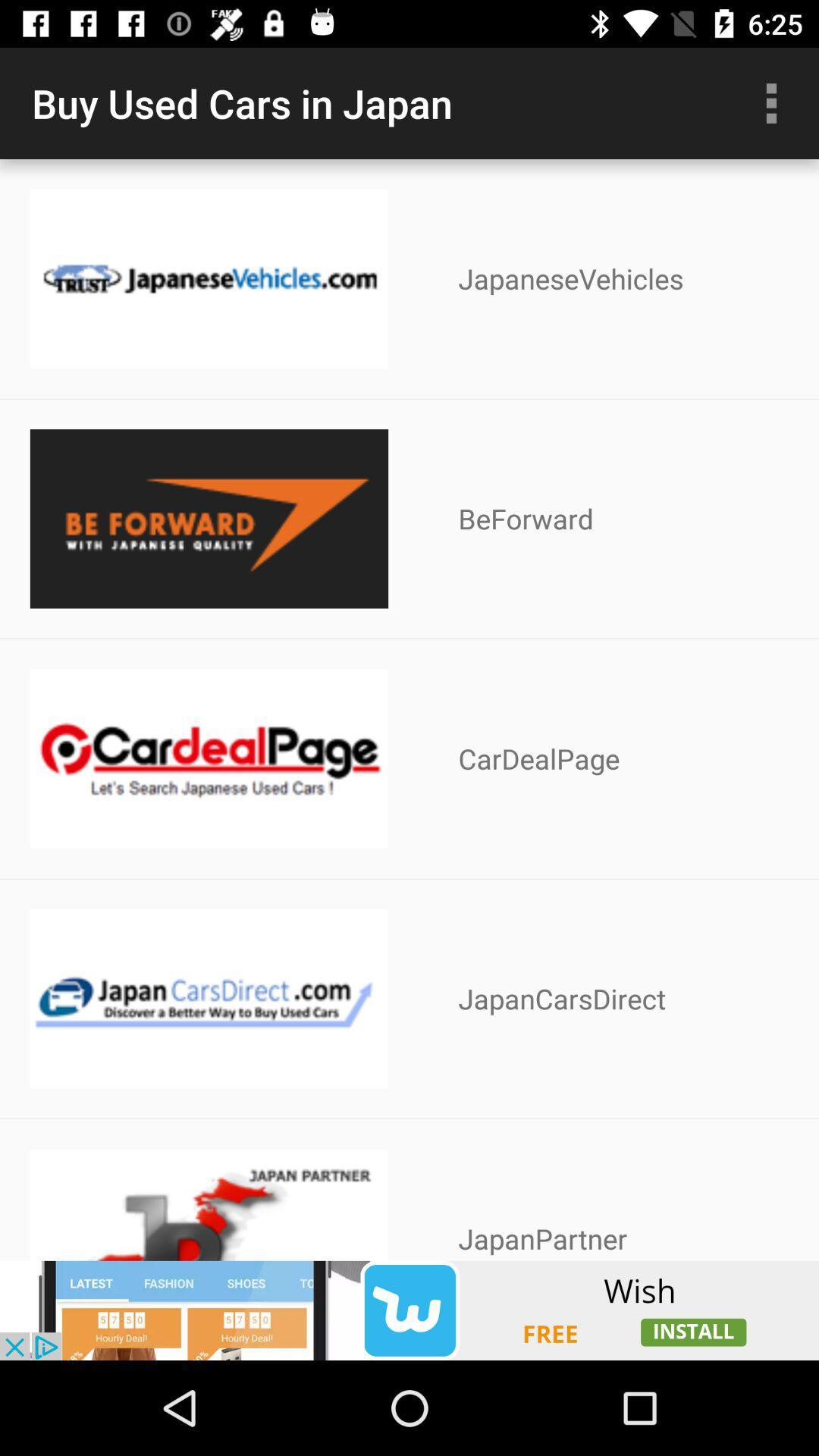 The width and height of the screenshot is (819, 1456). I want to click on menu button, so click(771, 102).